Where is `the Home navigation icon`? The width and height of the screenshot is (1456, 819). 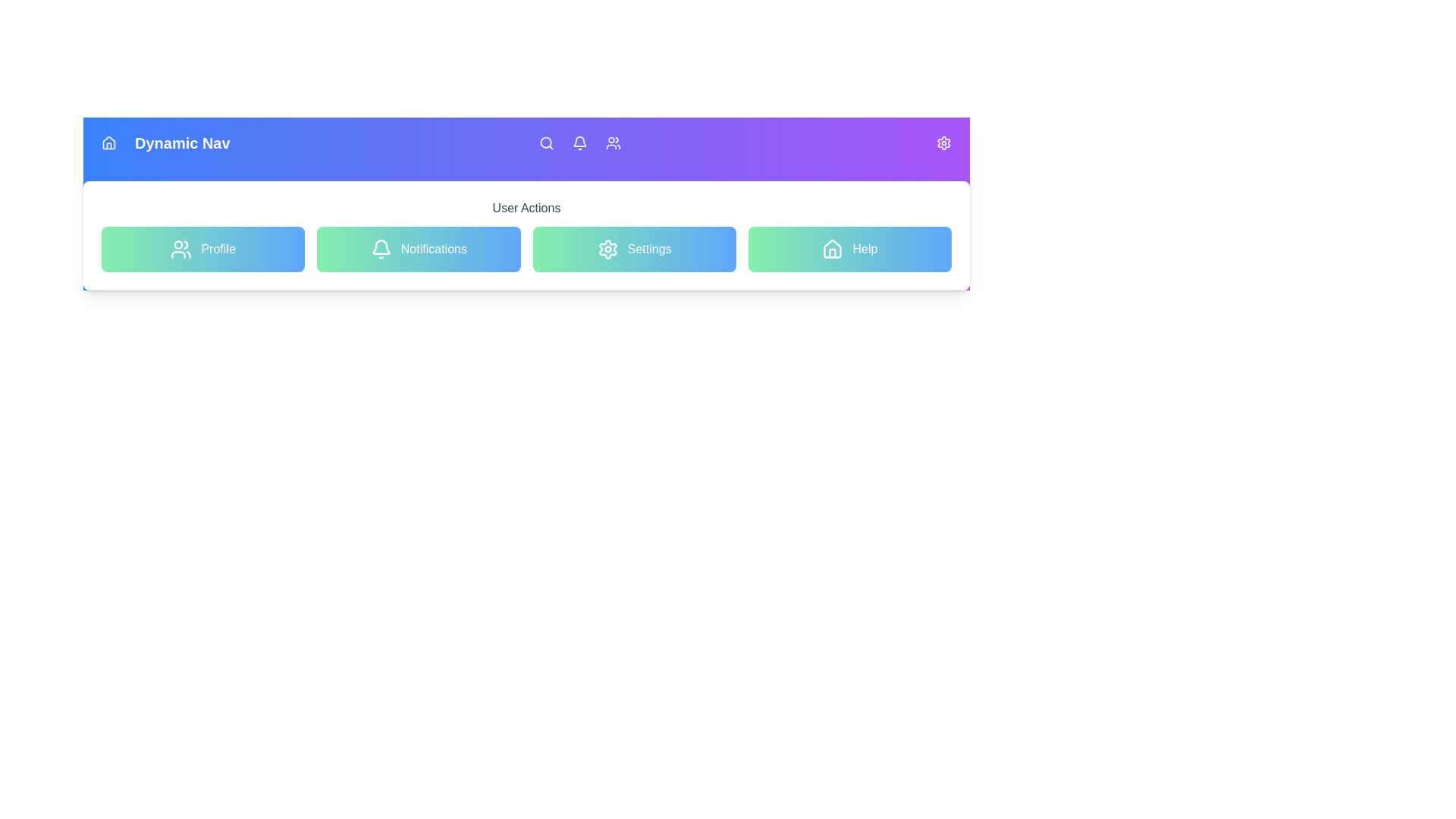 the Home navigation icon is located at coordinates (108, 143).